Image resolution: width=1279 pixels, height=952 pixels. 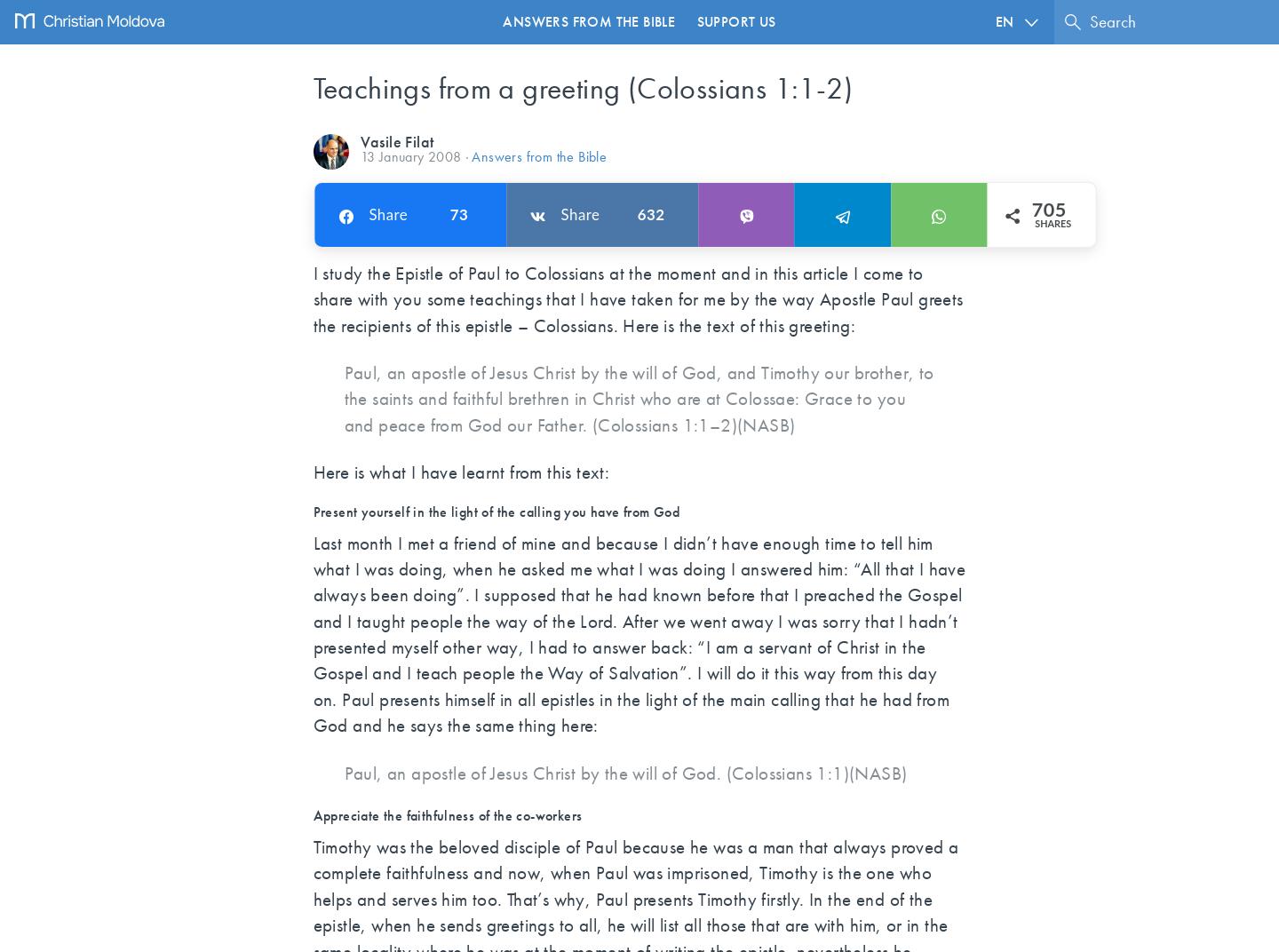 I want to click on 'Here is what I have learnt from this text:', so click(x=459, y=472).